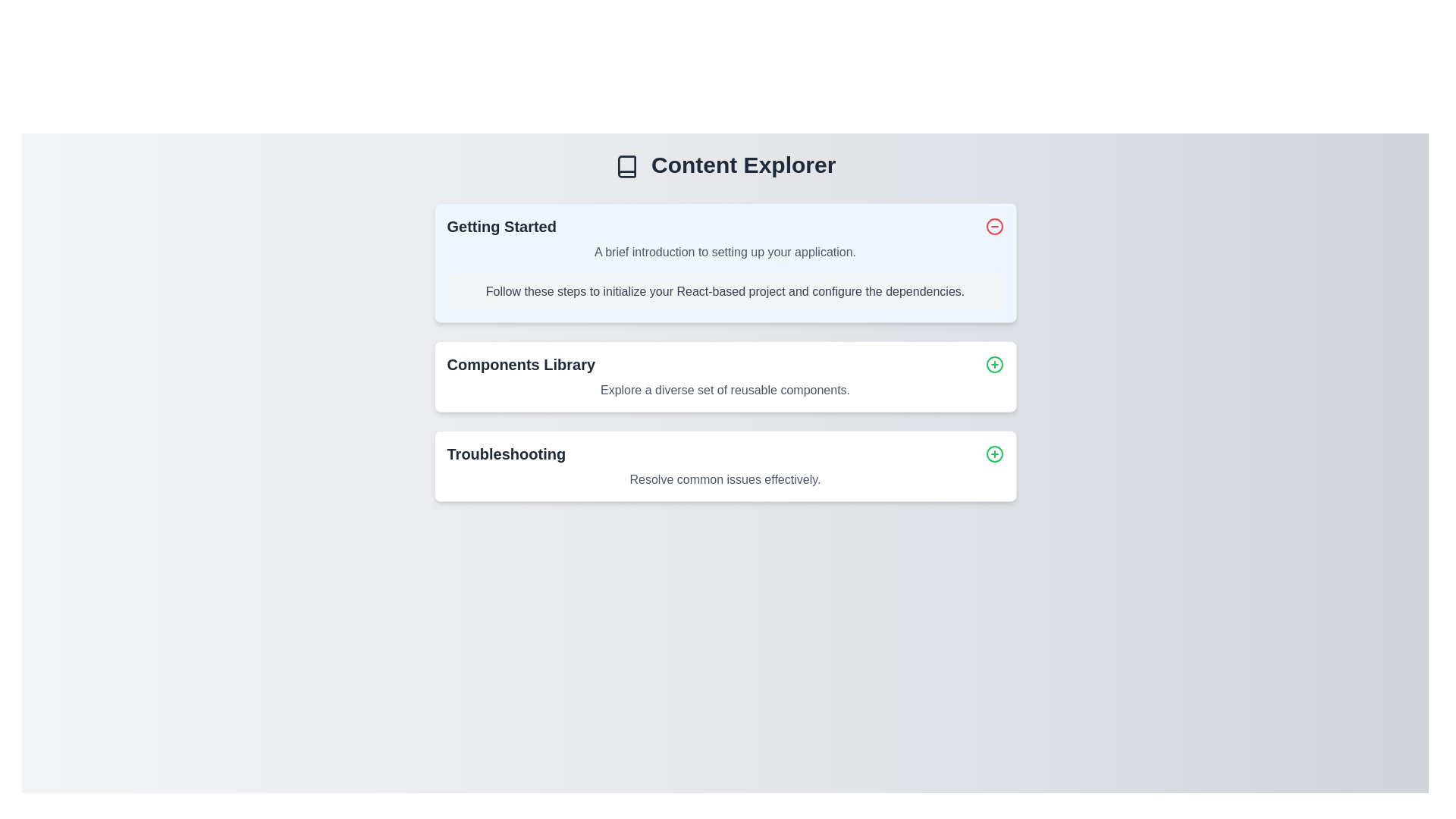 The width and height of the screenshot is (1456, 819). I want to click on the innermost circle of the 'Add' or 'Expand' symbol in the Components Library section, which is part of an SVG icon located on the right side of the middle row, so click(994, 365).